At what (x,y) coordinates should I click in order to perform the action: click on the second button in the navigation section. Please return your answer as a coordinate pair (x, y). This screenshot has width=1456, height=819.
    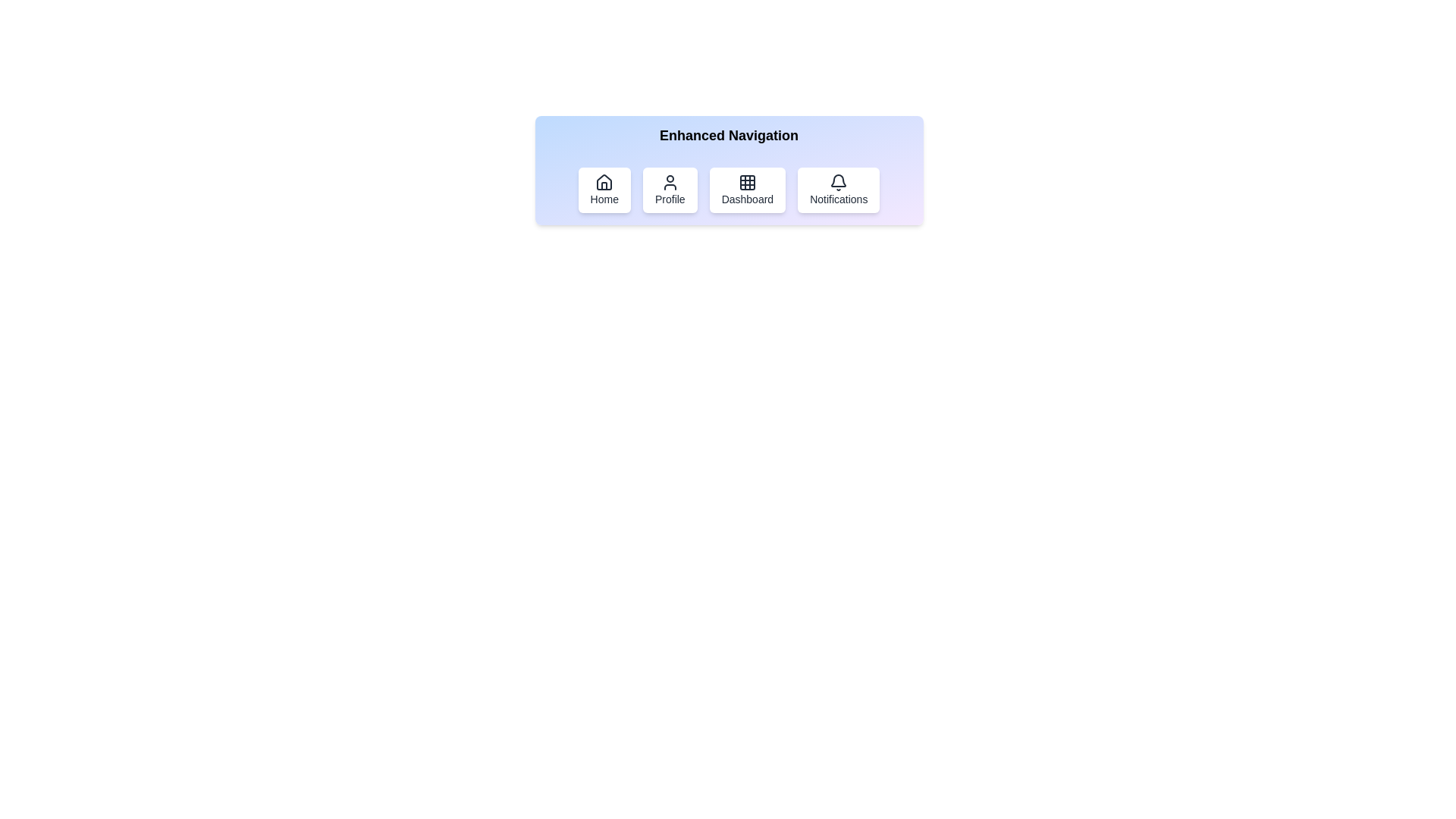
    Looking at the image, I should click on (669, 189).